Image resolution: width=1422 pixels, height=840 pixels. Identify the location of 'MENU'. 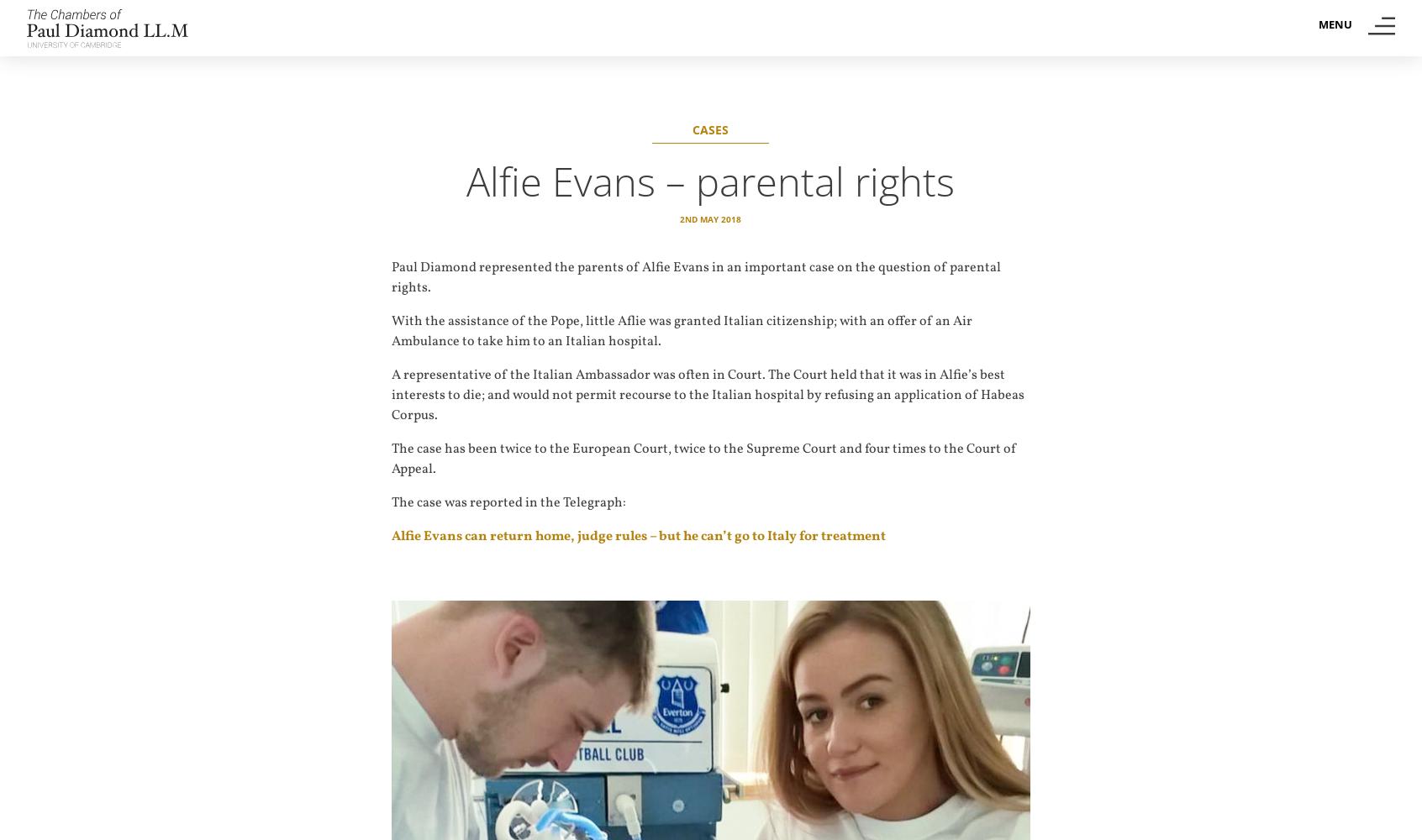
(1334, 24).